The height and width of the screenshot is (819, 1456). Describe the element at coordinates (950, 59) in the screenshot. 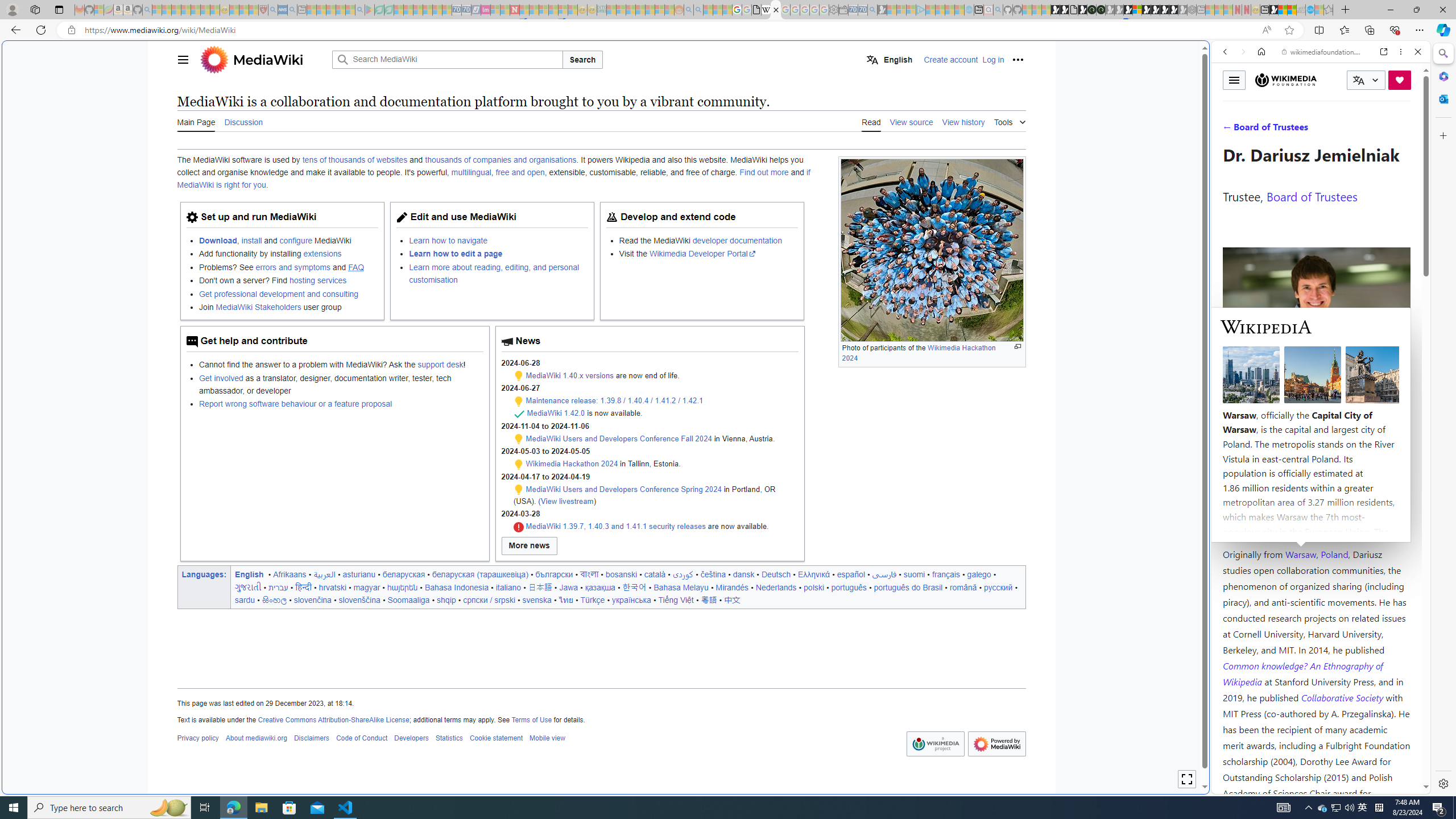

I see `'Create account'` at that location.